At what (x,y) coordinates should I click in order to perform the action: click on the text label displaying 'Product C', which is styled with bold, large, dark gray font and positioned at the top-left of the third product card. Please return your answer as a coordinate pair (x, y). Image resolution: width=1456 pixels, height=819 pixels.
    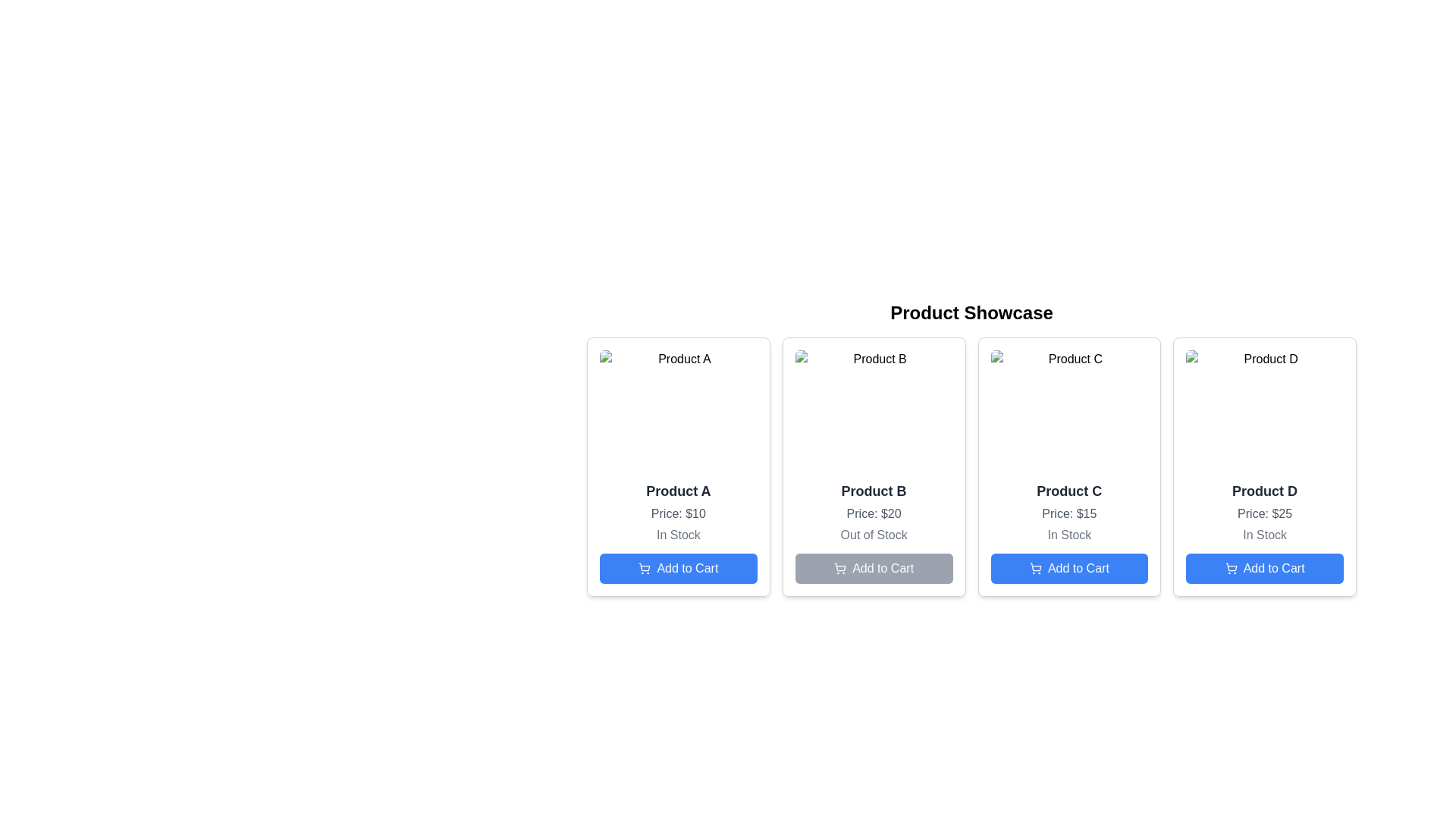
    Looking at the image, I should click on (1068, 491).